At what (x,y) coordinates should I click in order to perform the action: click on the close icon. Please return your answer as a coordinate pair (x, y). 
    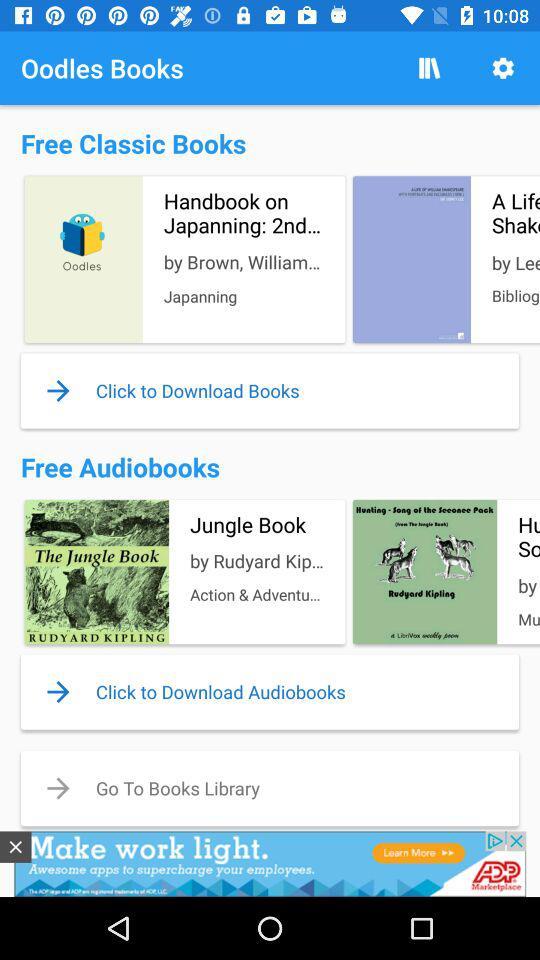
    Looking at the image, I should click on (14, 846).